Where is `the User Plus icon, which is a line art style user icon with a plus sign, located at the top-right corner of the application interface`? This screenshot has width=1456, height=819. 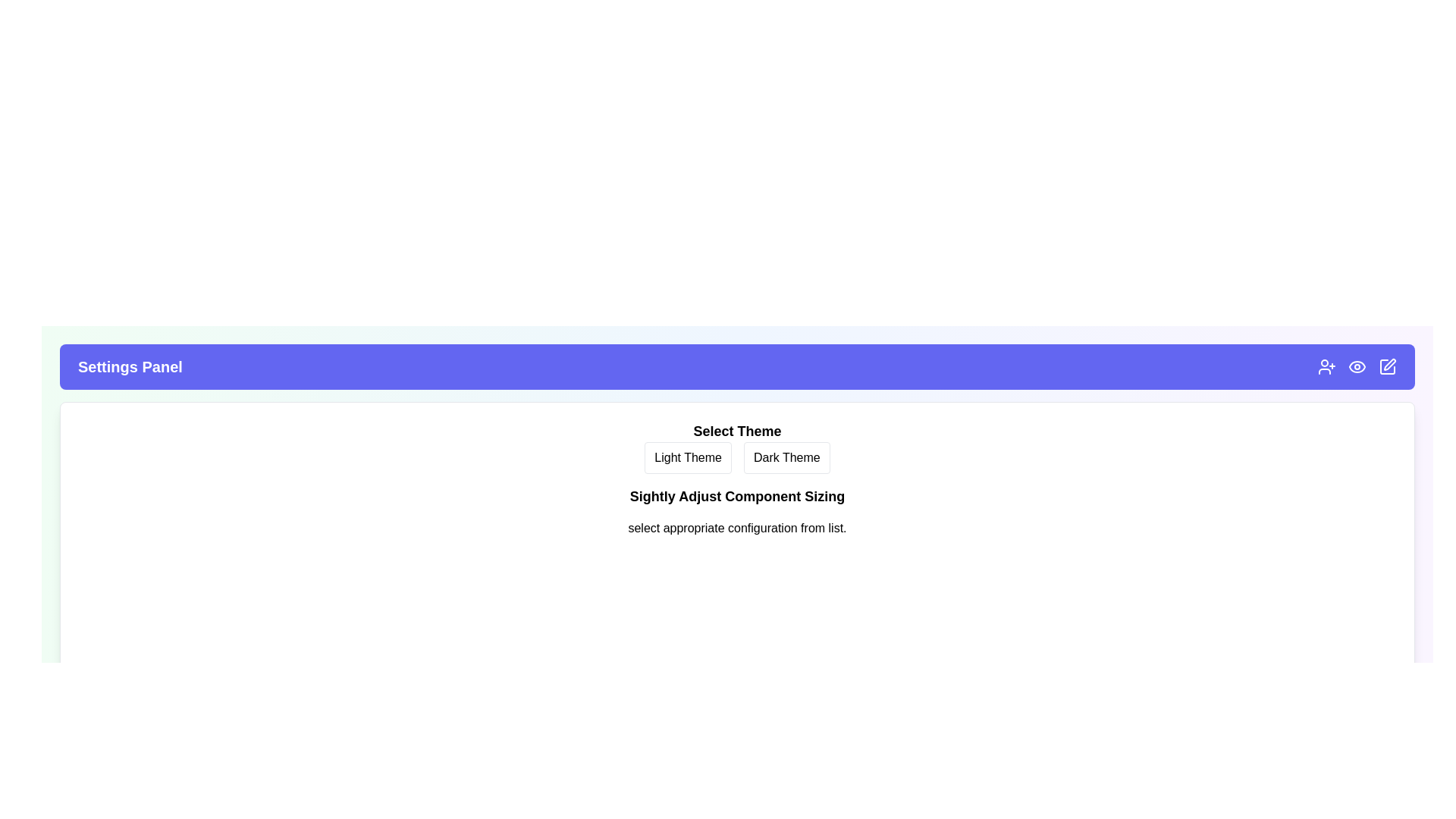 the User Plus icon, which is a line art style user icon with a plus sign, located at the top-right corner of the application interface is located at coordinates (1326, 366).